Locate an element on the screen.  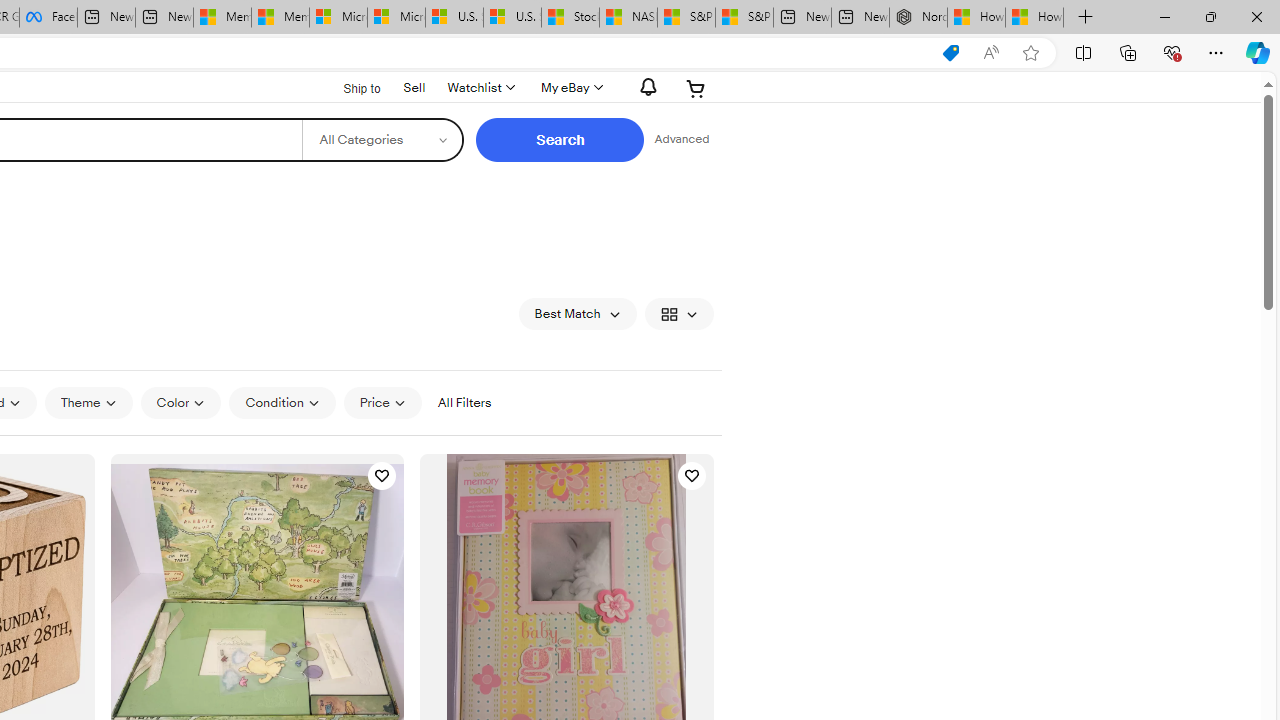
'Select a category for search' is located at coordinates (382, 139).